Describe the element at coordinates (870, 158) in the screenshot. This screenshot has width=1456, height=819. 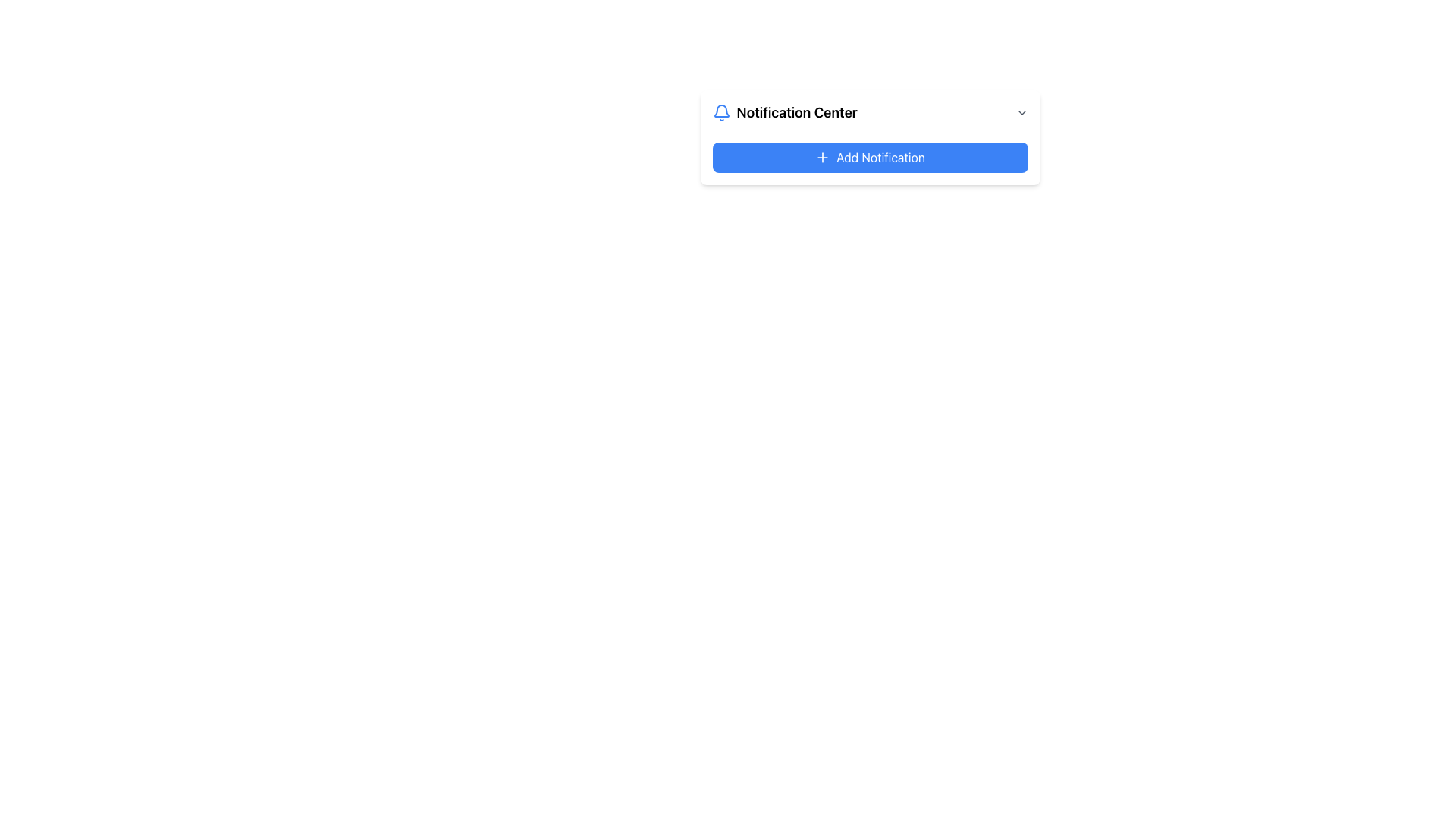
I see `the button located at the bottom of the 'Notification Center' card to observe hover effects` at that location.